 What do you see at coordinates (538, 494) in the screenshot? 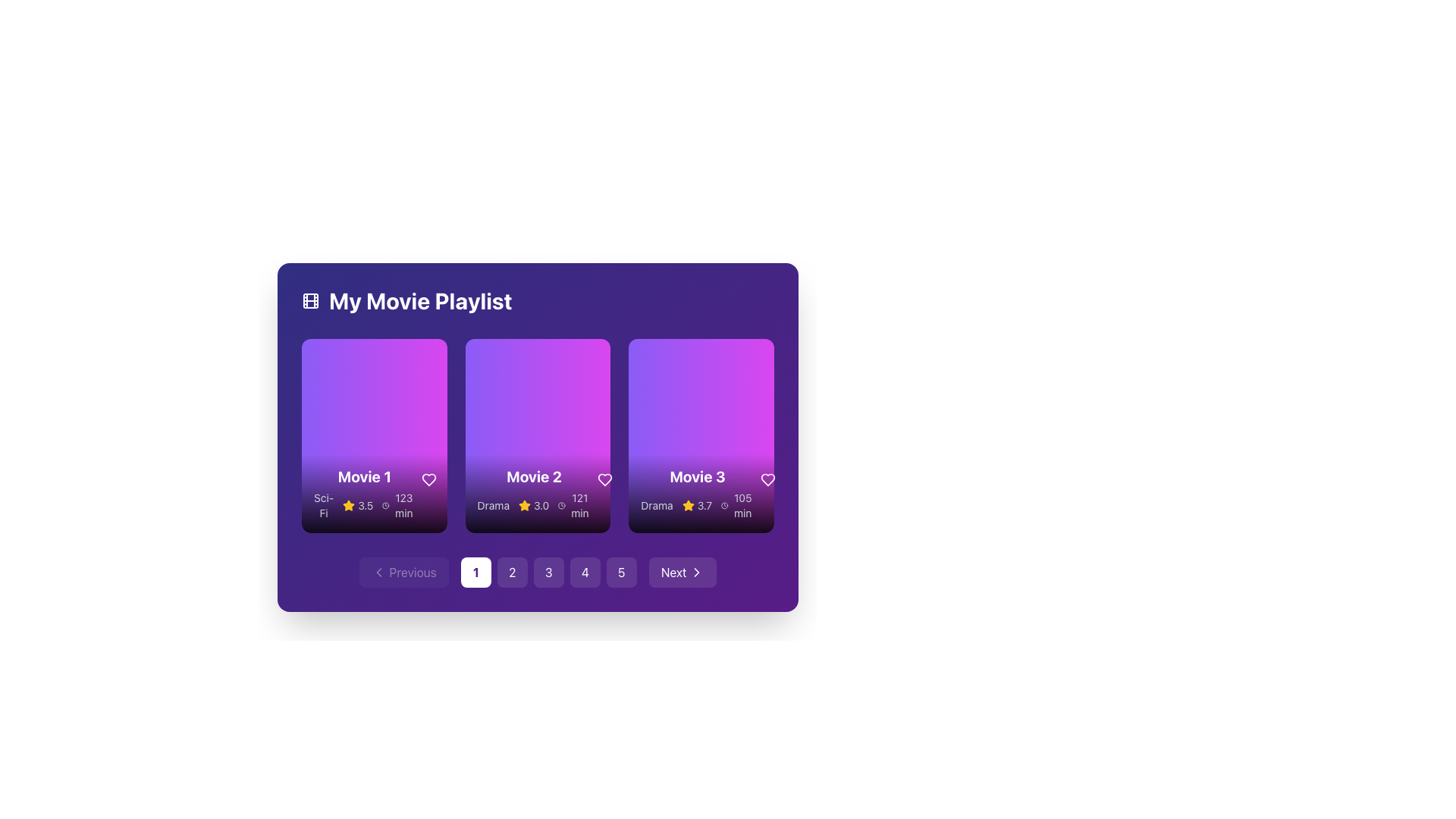
I see `information displayed in the informational area at the bottom of the movie card titled 'Movie 2', which includes its genre 'Drama', rating '3.0', and duration '121 min'` at bounding box center [538, 494].